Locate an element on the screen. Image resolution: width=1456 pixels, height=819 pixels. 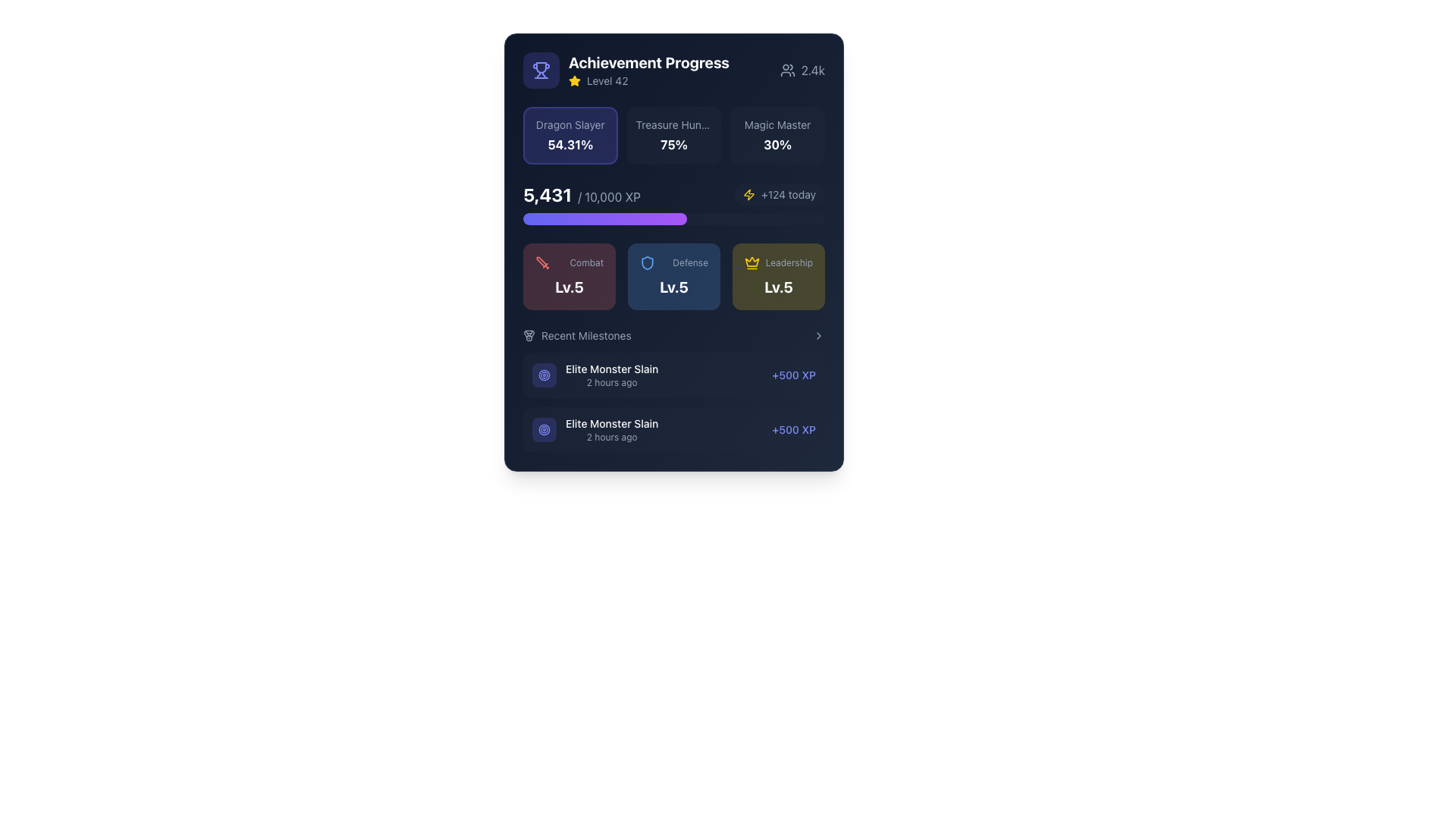
the crown icon representing the 'Leadership' category, which is styled with a dark background and is the third item in the row of category labels below the XP progress bar is located at coordinates (752, 262).